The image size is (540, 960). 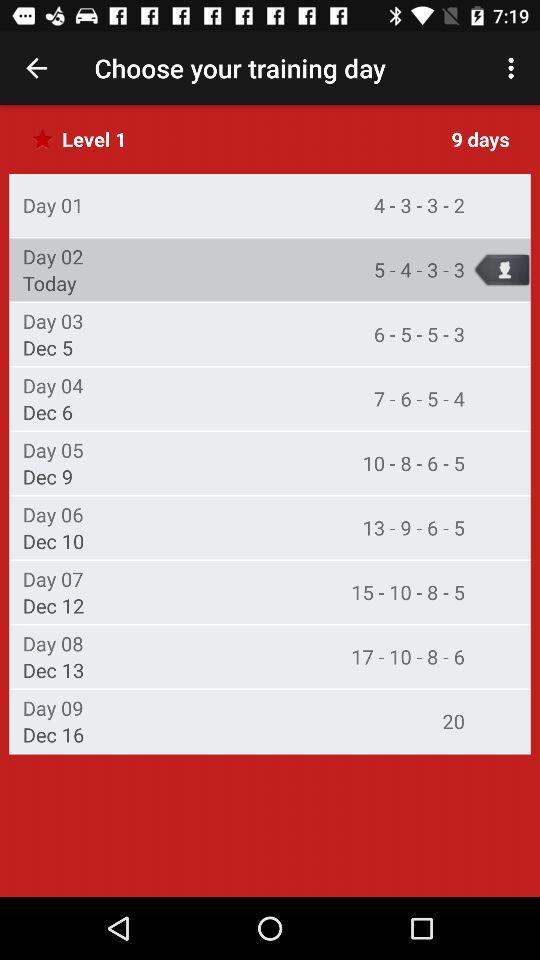 What do you see at coordinates (36, 68) in the screenshot?
I see `app next to choose your training item` at bounding box center [36, 68].